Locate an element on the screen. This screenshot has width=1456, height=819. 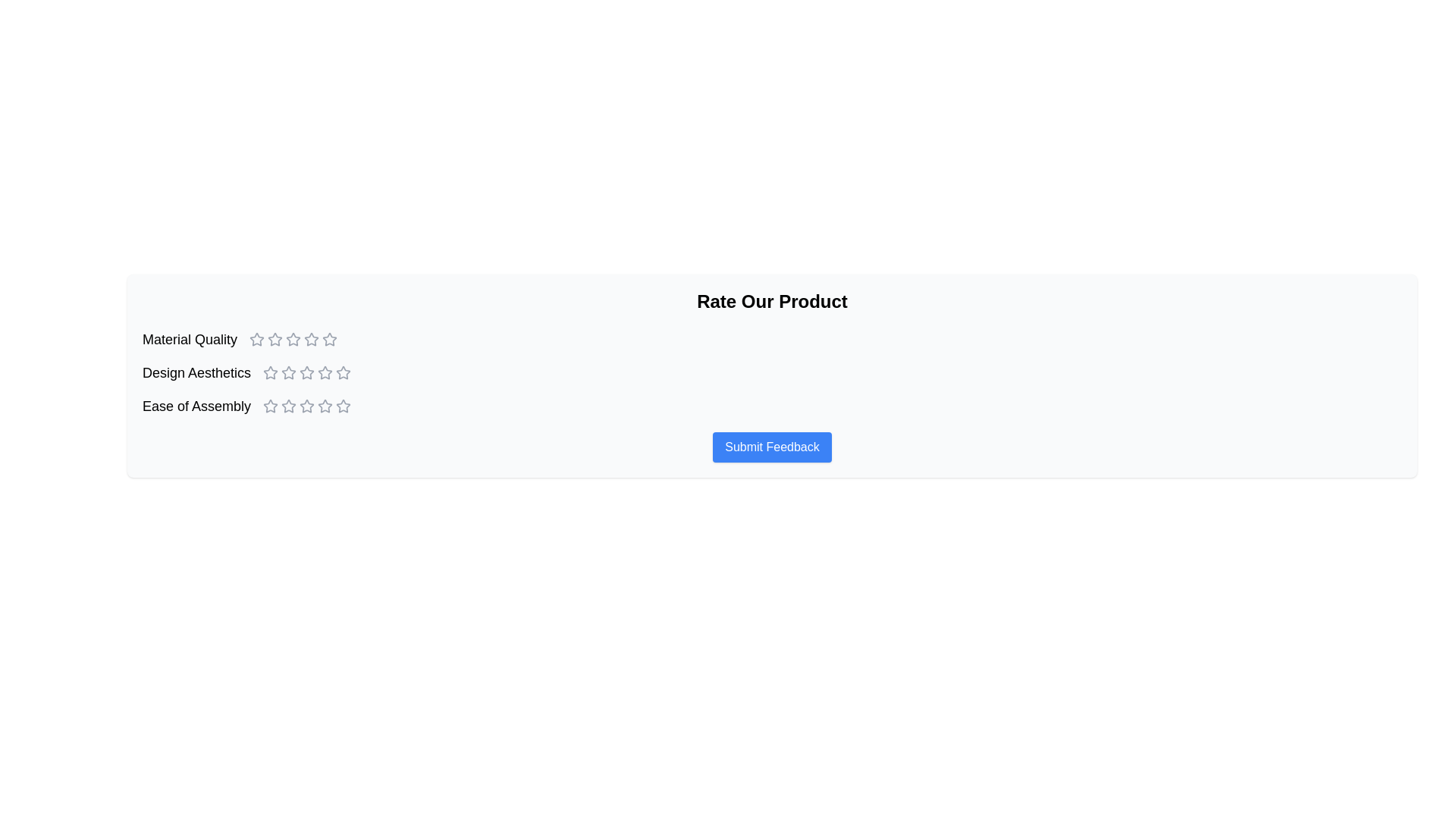
the fourth rating star icon under the 'Ease of Assembly' category to indicate potential selection is located at coordinates (306, 406).